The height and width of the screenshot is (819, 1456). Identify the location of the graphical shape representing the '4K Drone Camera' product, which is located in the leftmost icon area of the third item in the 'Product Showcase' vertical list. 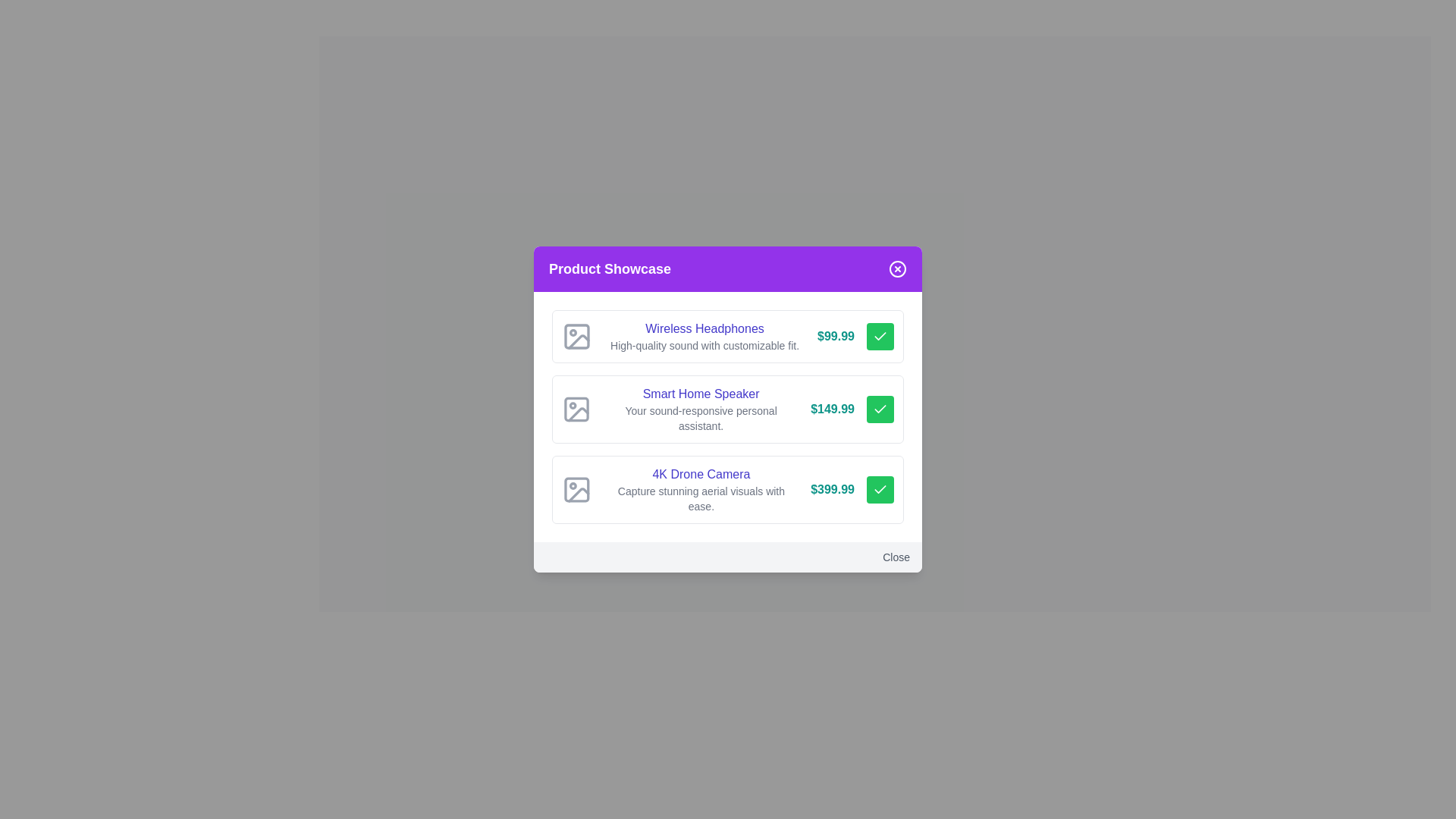
(576, 489).